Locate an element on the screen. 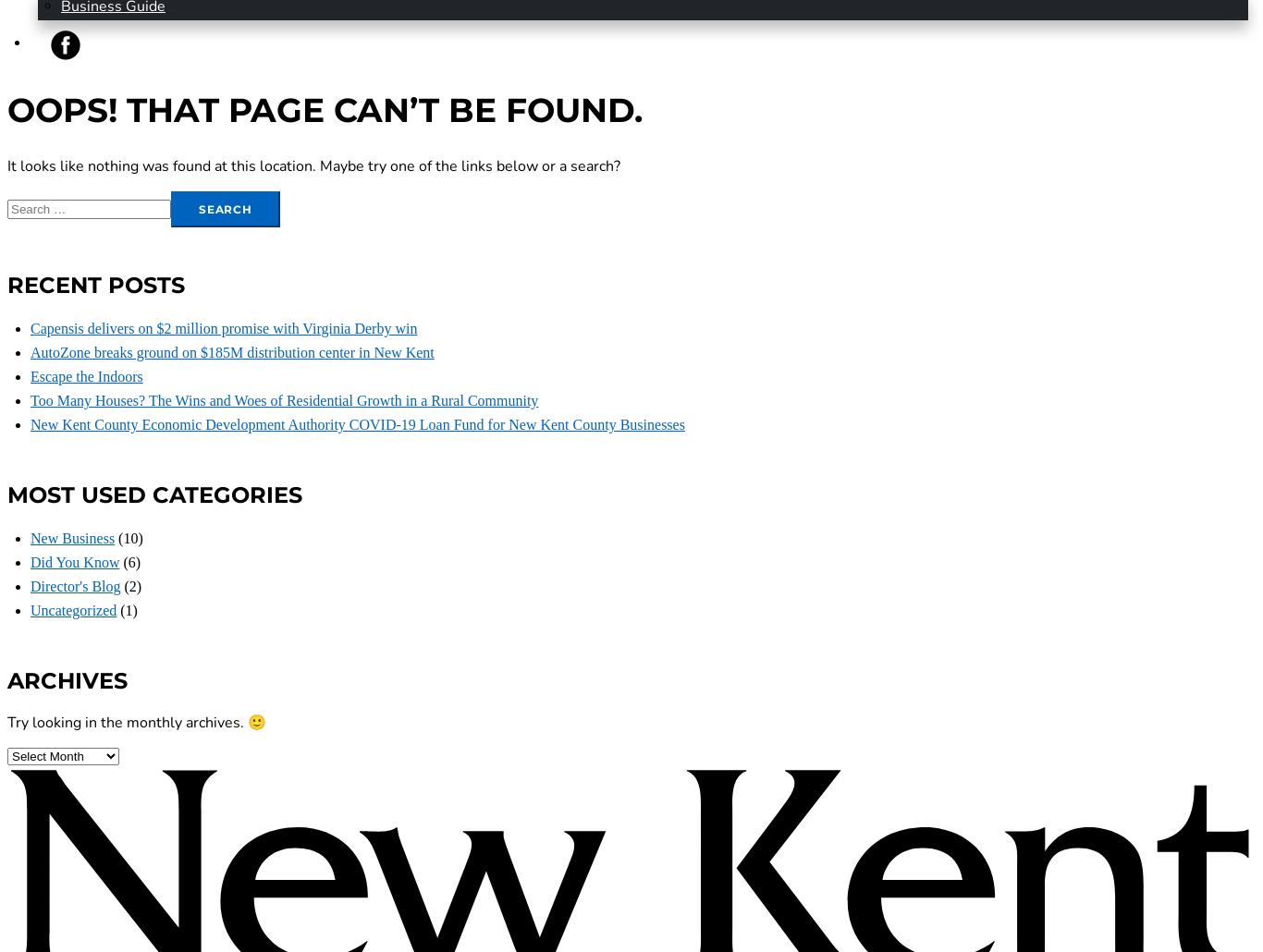  'It looks like nothing was found at this location. Maybe try one of the links below or a search?' is located at coordinates (313, 166).